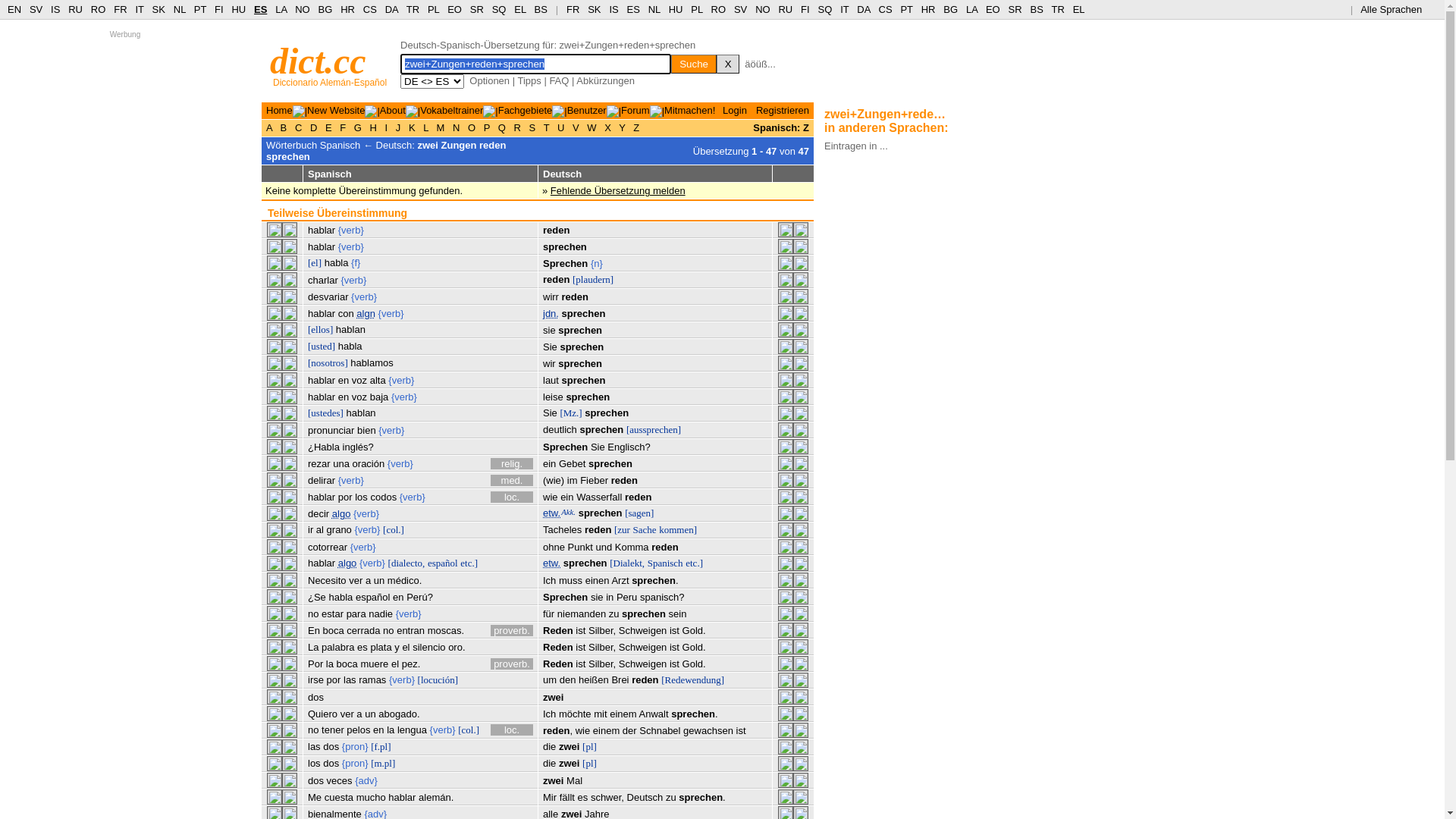 The image size is (1456, 819). What do you see at coordinates (693, 63) in the screenshot?
I see `'Suche'` at bounding box center [693, 63].